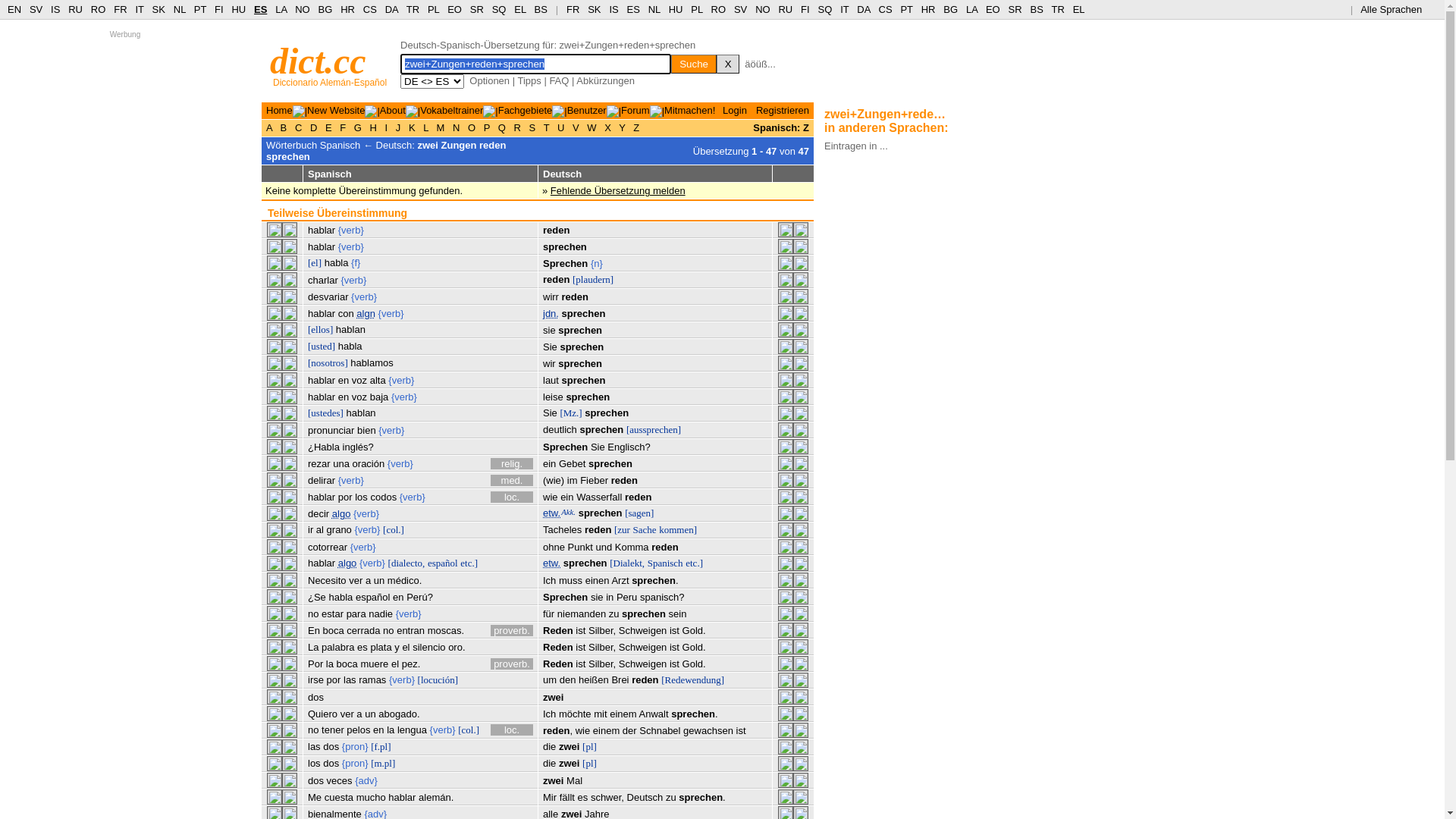 The image size is (1456, 819). What do you see at coordinates (693, 63) in the screenshot?
I see `'Suche'` at bounding box center [693, 63].